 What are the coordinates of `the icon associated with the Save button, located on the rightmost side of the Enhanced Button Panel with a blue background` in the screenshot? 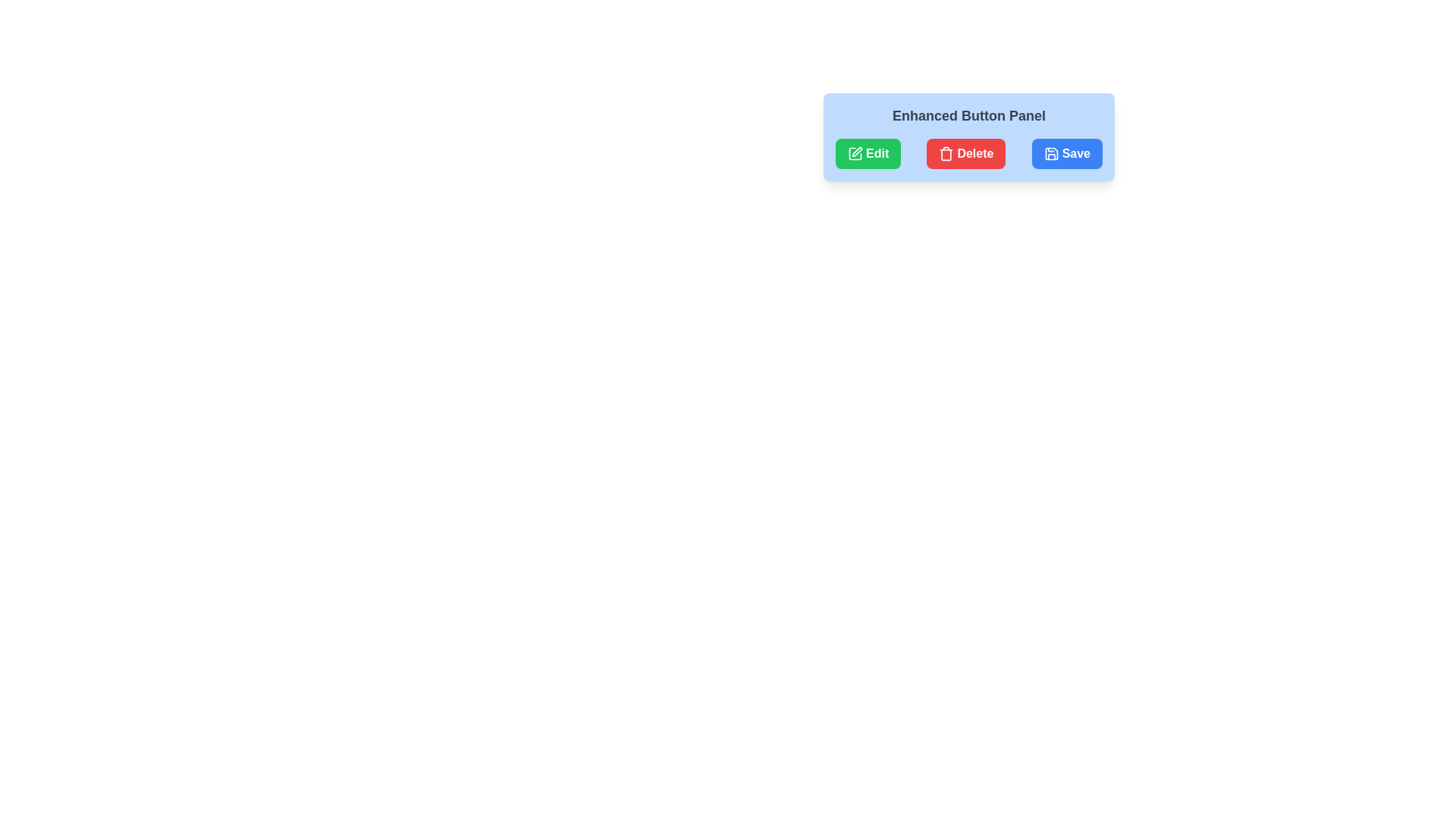 It's located at (1050, 154).